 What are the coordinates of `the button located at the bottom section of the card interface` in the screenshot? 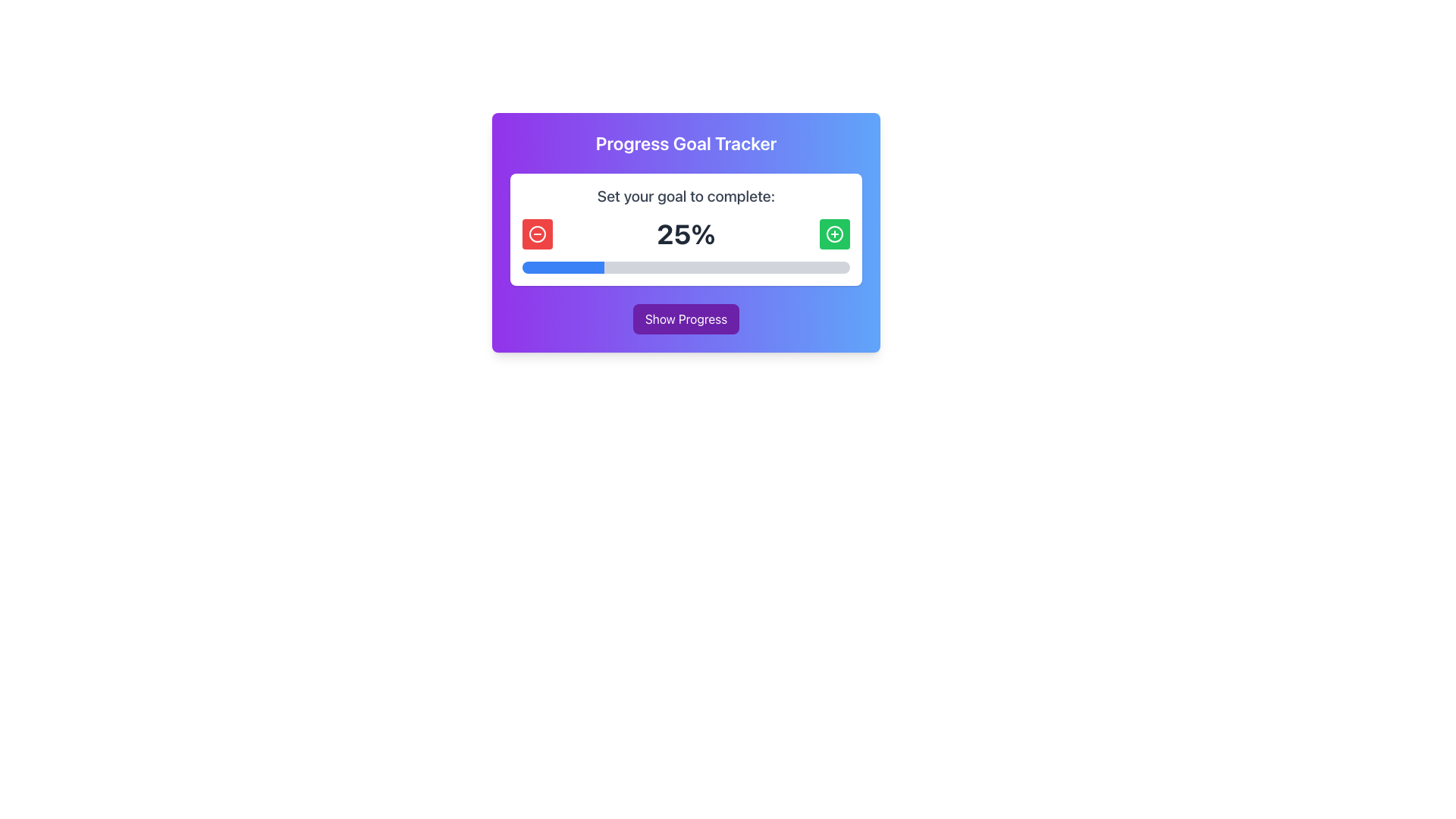 It's located at (686, 318).